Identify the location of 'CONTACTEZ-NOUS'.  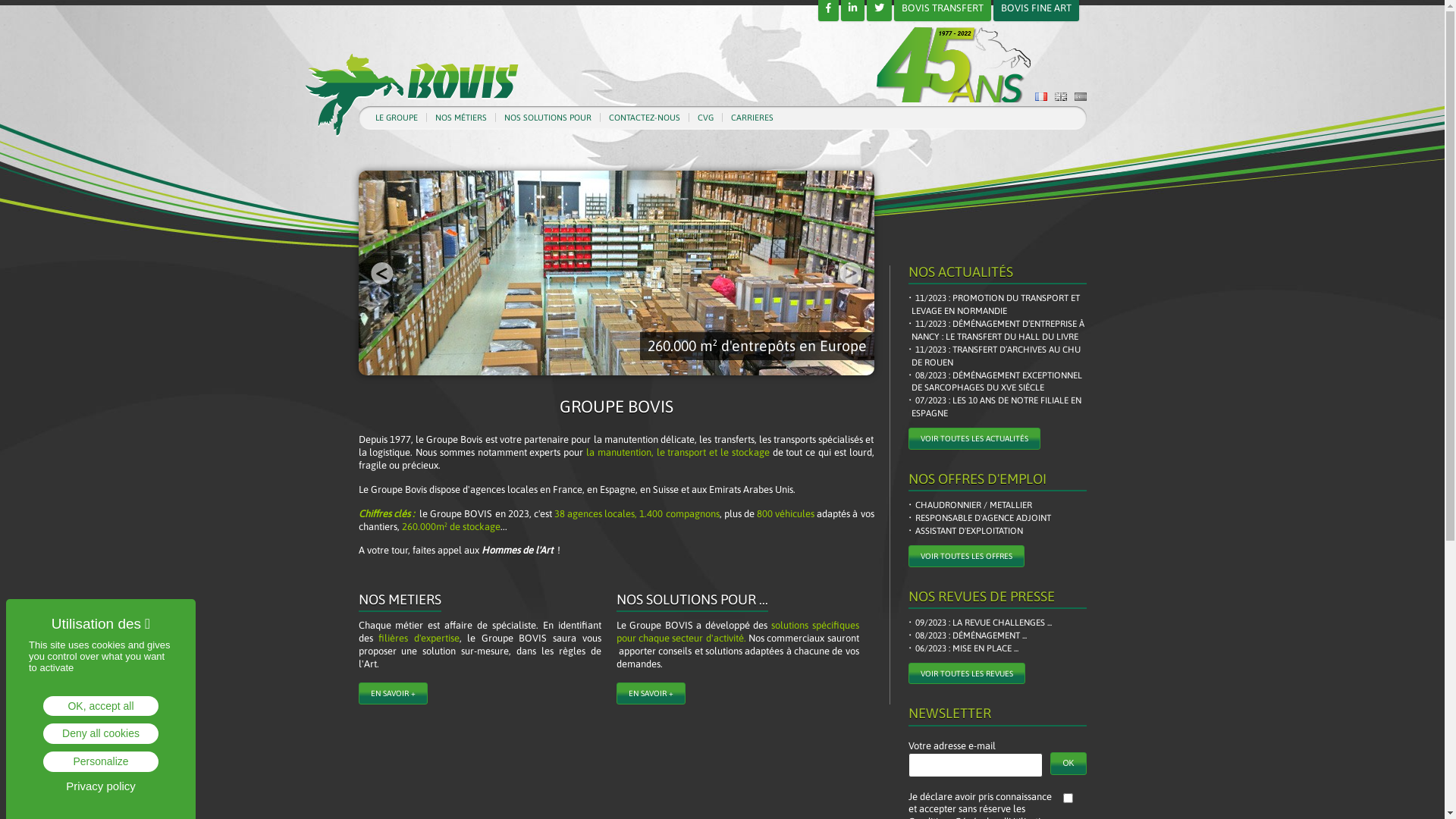
(644, 117).